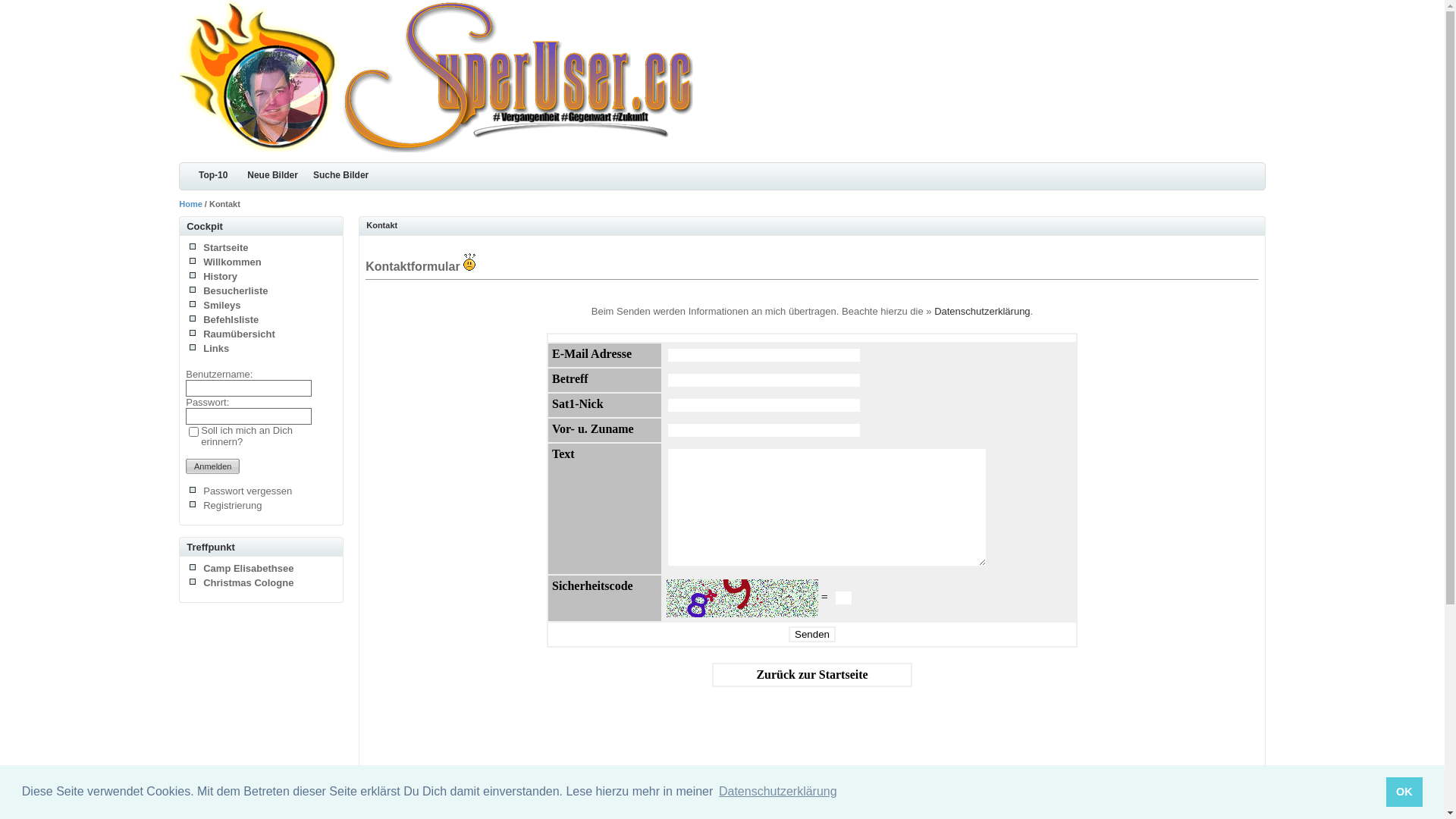 The width and height of the screenshot is (1456, 819). What do you see at coordinates (231, 505) in the screenshot?
I see `'Registrierung'` at bounding box center [231, 505].